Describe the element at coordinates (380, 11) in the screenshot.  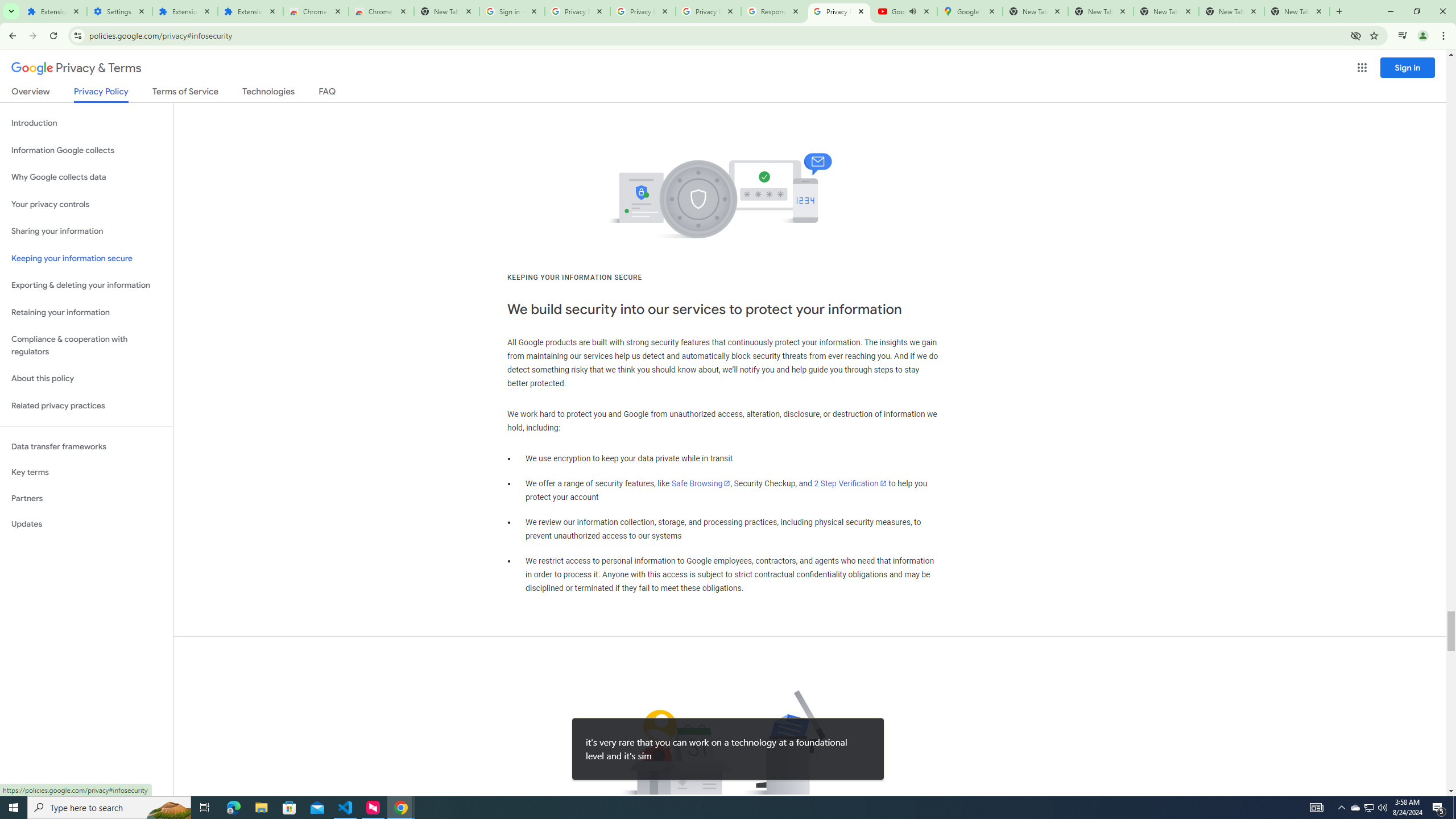
I see `'Chrome Web Store - Themes'` at that location.